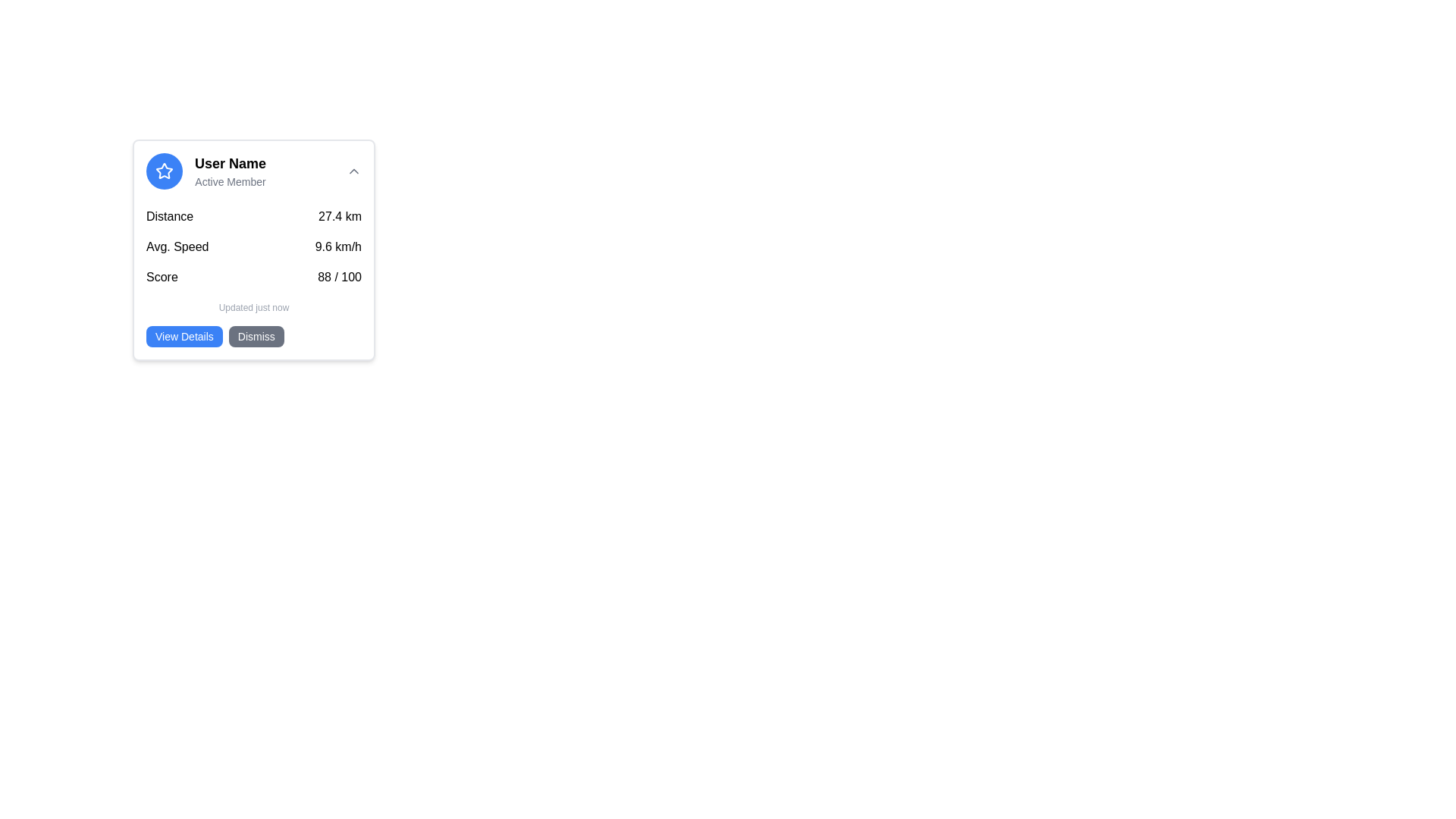 The image size is (1456, 819). I want to click on data displayed in the textual data display element that shows metrics such as distance, average speed, and calculated score, located beneath the user name and status section, so click(254, 246).